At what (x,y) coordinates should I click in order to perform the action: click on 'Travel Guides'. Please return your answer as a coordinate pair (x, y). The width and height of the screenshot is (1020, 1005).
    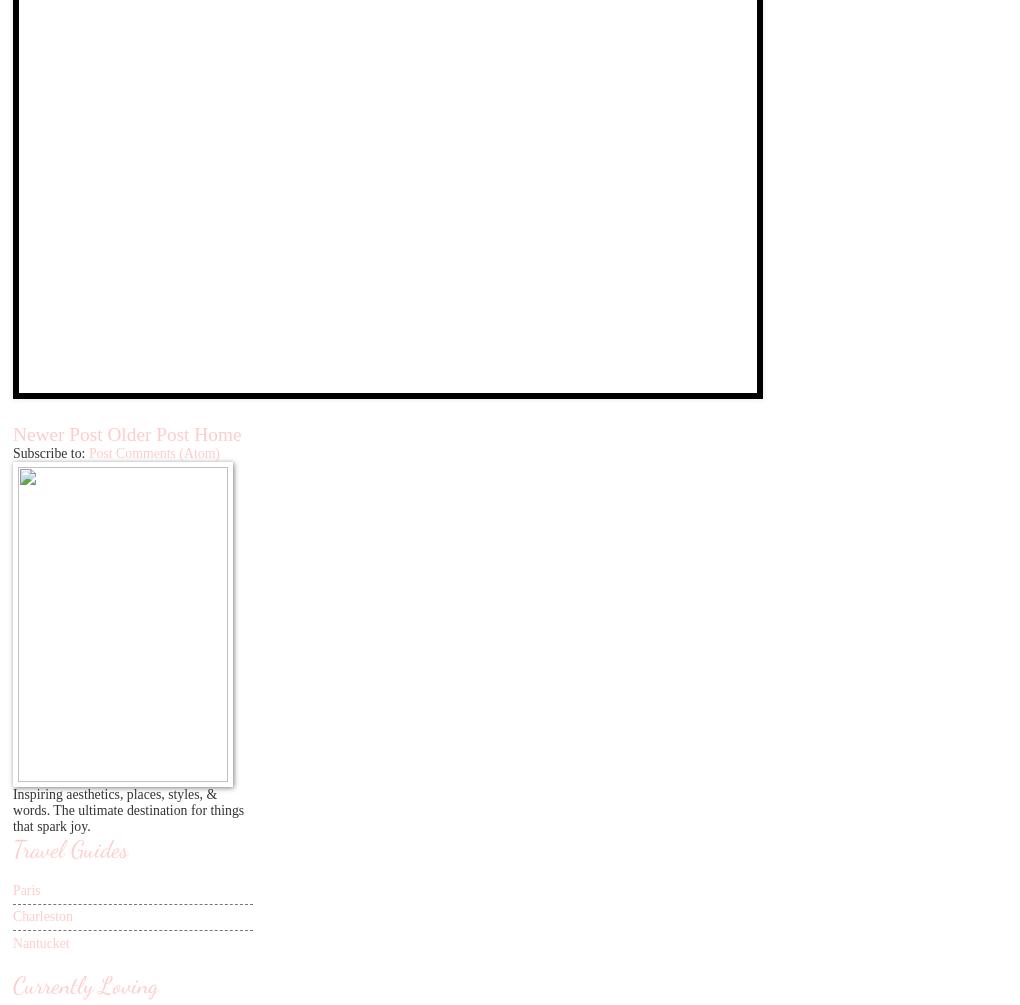
    Looking at the image, I should click on (70, 848).